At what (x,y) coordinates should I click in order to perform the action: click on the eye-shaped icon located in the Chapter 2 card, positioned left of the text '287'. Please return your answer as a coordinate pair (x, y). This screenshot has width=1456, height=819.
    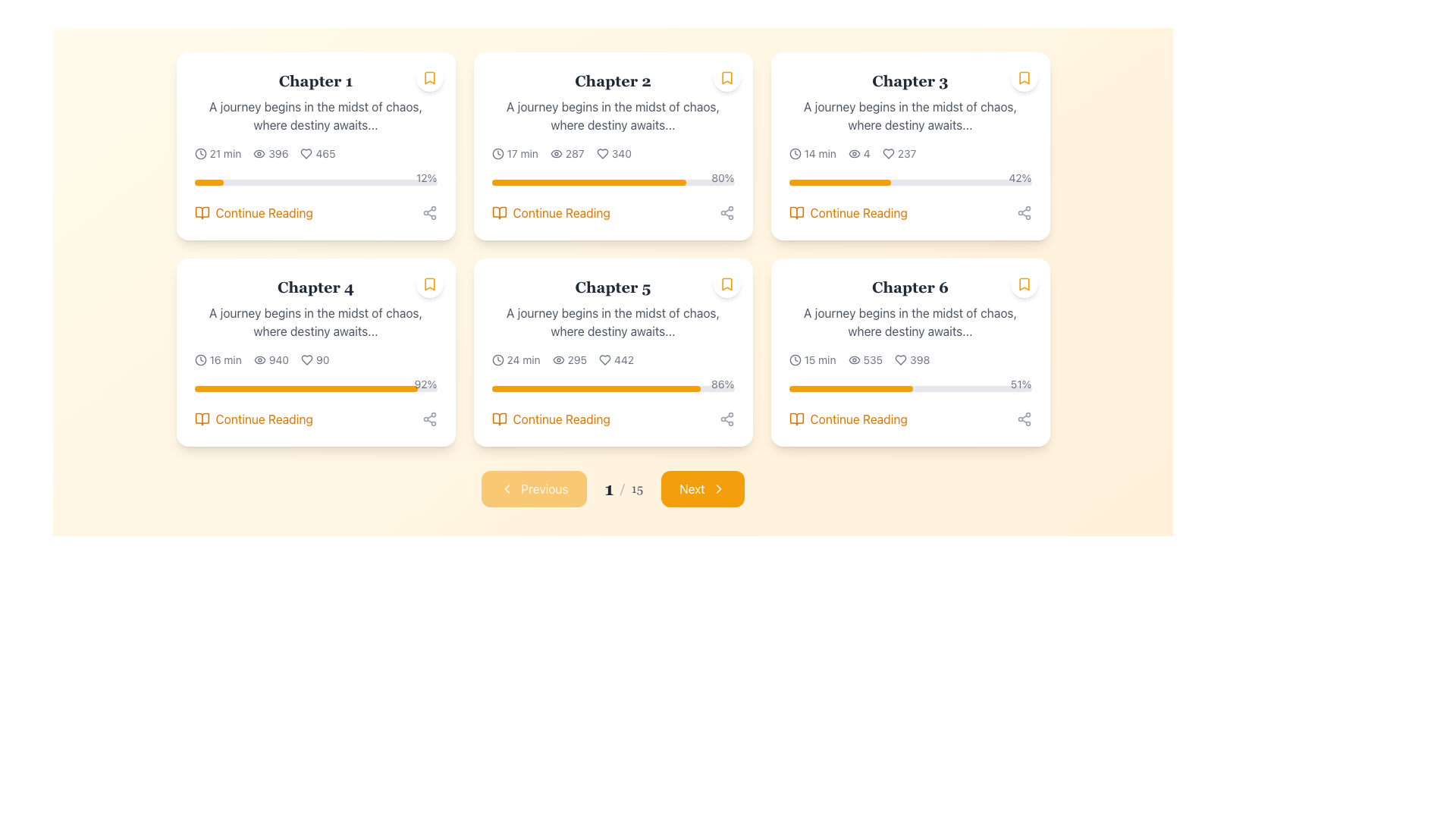
    Looking at the image, I should click on (555, 154).